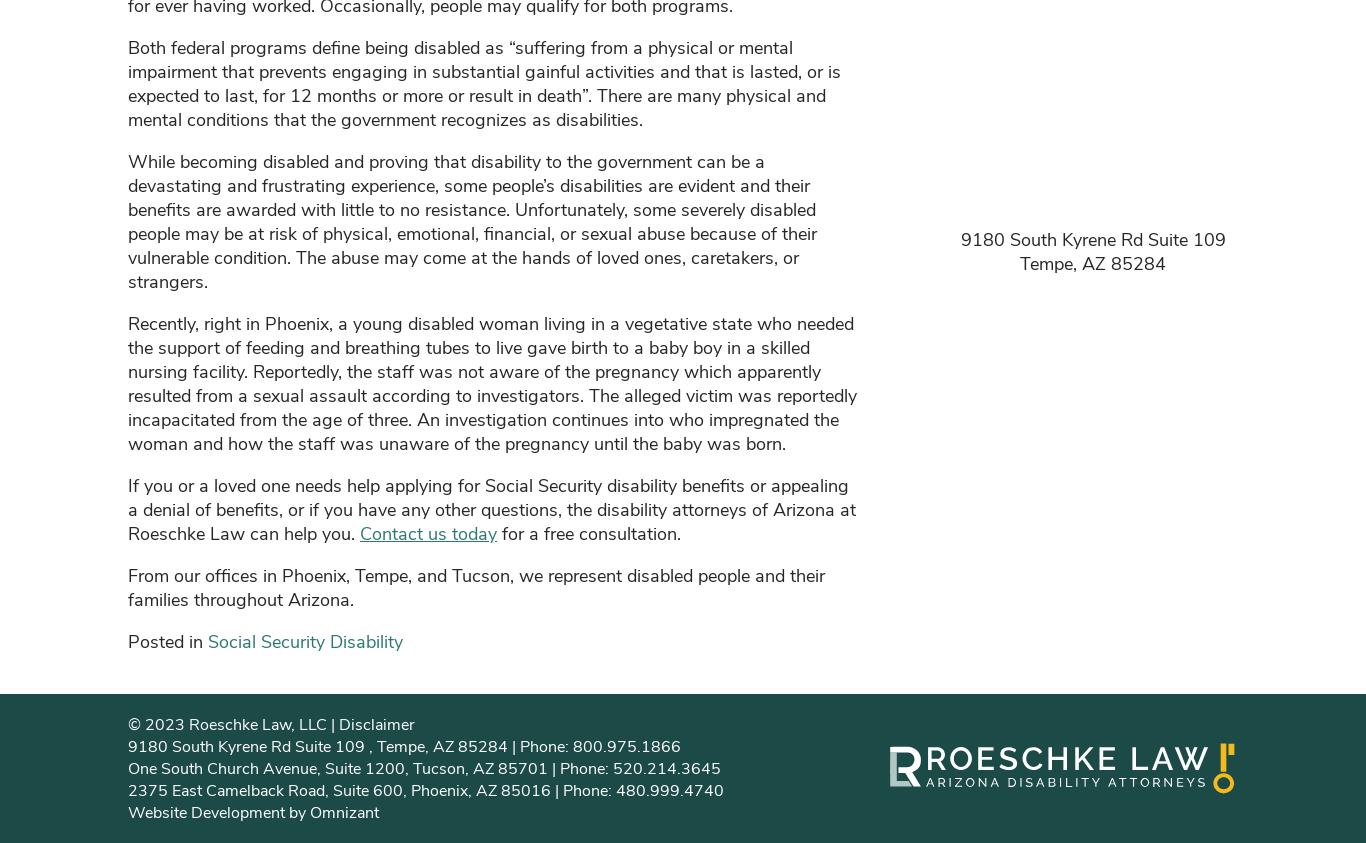  What do you see at coordinates (476, 585) in the screenshot?
I see `'From our offices in Phoenix, Tempe, and Tucson, we represent disabled people and their families throughout Arizona.'` at bounding box center [476, 585].